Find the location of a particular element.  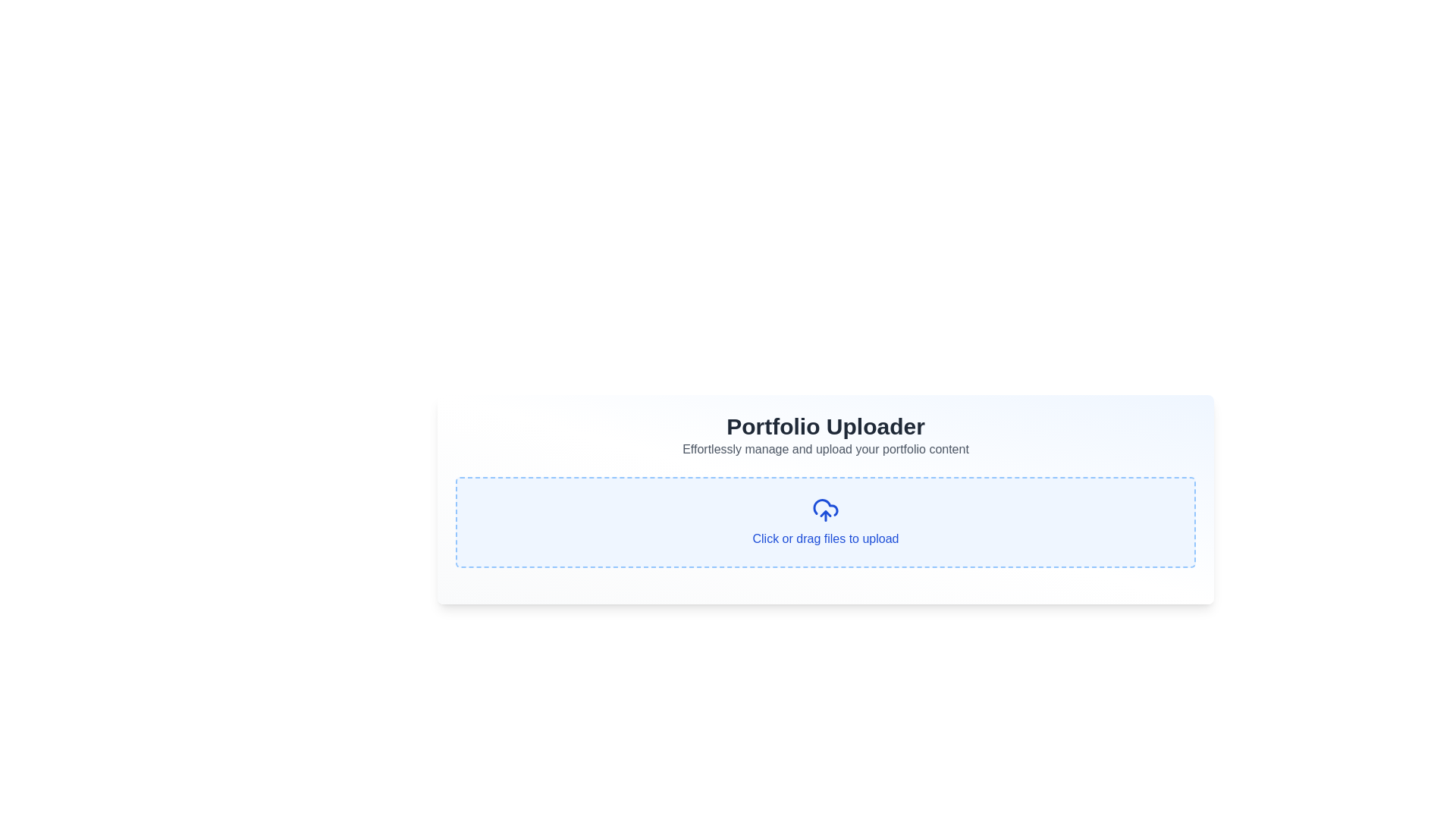

instructions provided by the text label located at the center bottom inside a rectangular area with dashed borders, which contains an upward-facing blue cloud icon above it is located at coordinates (825, 538).